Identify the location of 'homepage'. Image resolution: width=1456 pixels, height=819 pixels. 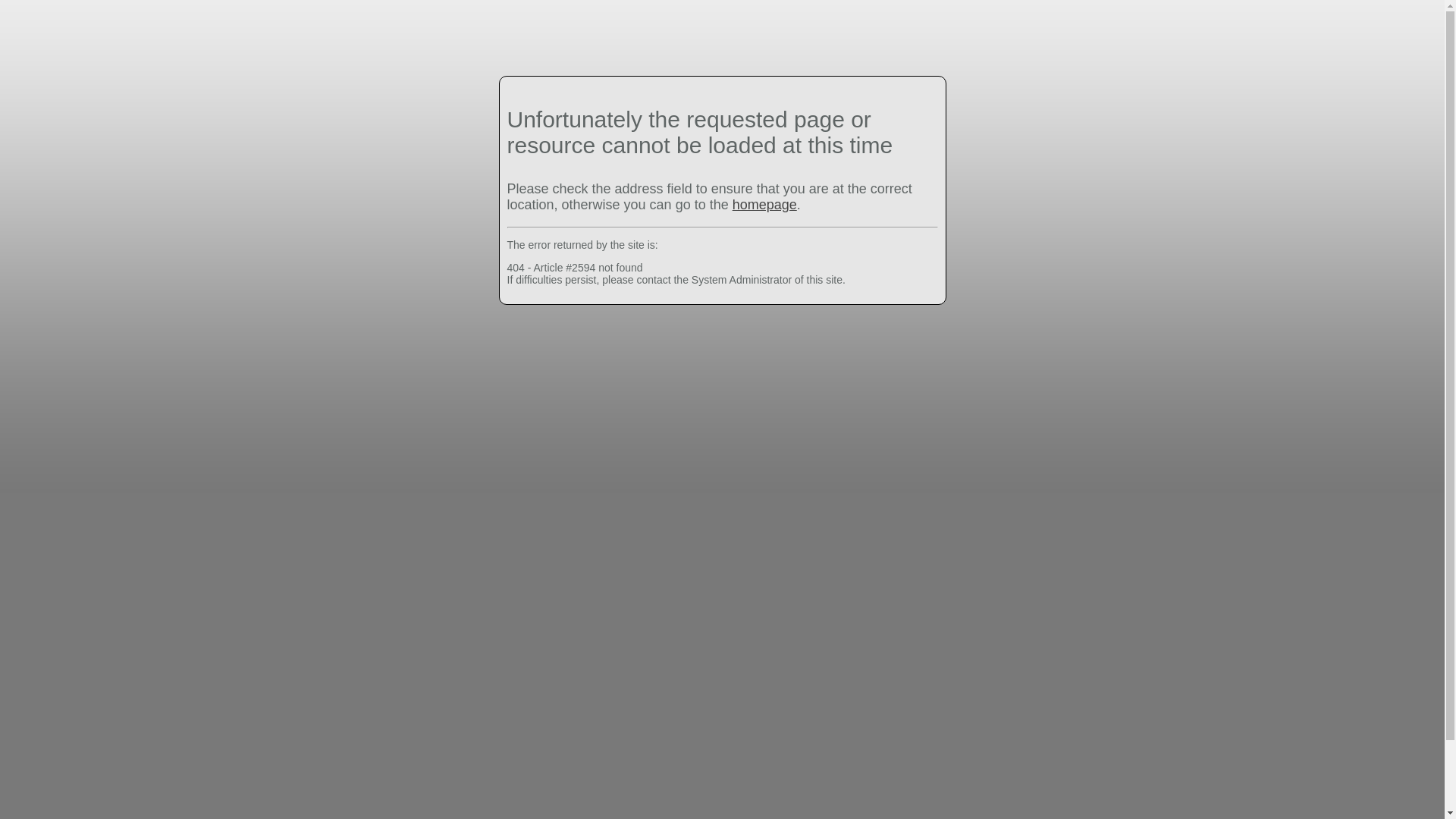
(764, 205).